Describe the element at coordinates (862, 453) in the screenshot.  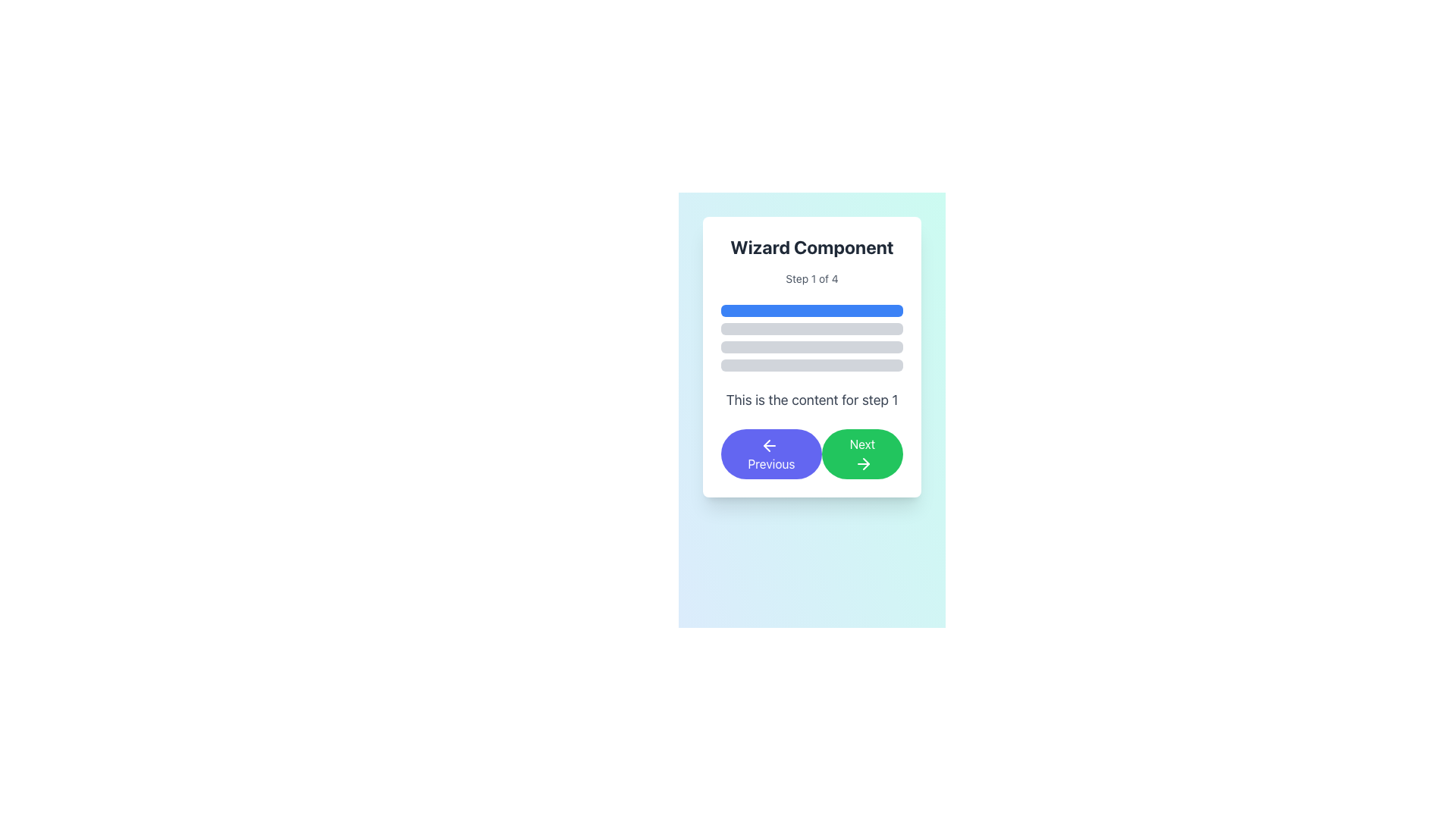
I see `the green 'Next' button with rounded corners and white text to proceed to the next step in the wizard navigation` at that location.